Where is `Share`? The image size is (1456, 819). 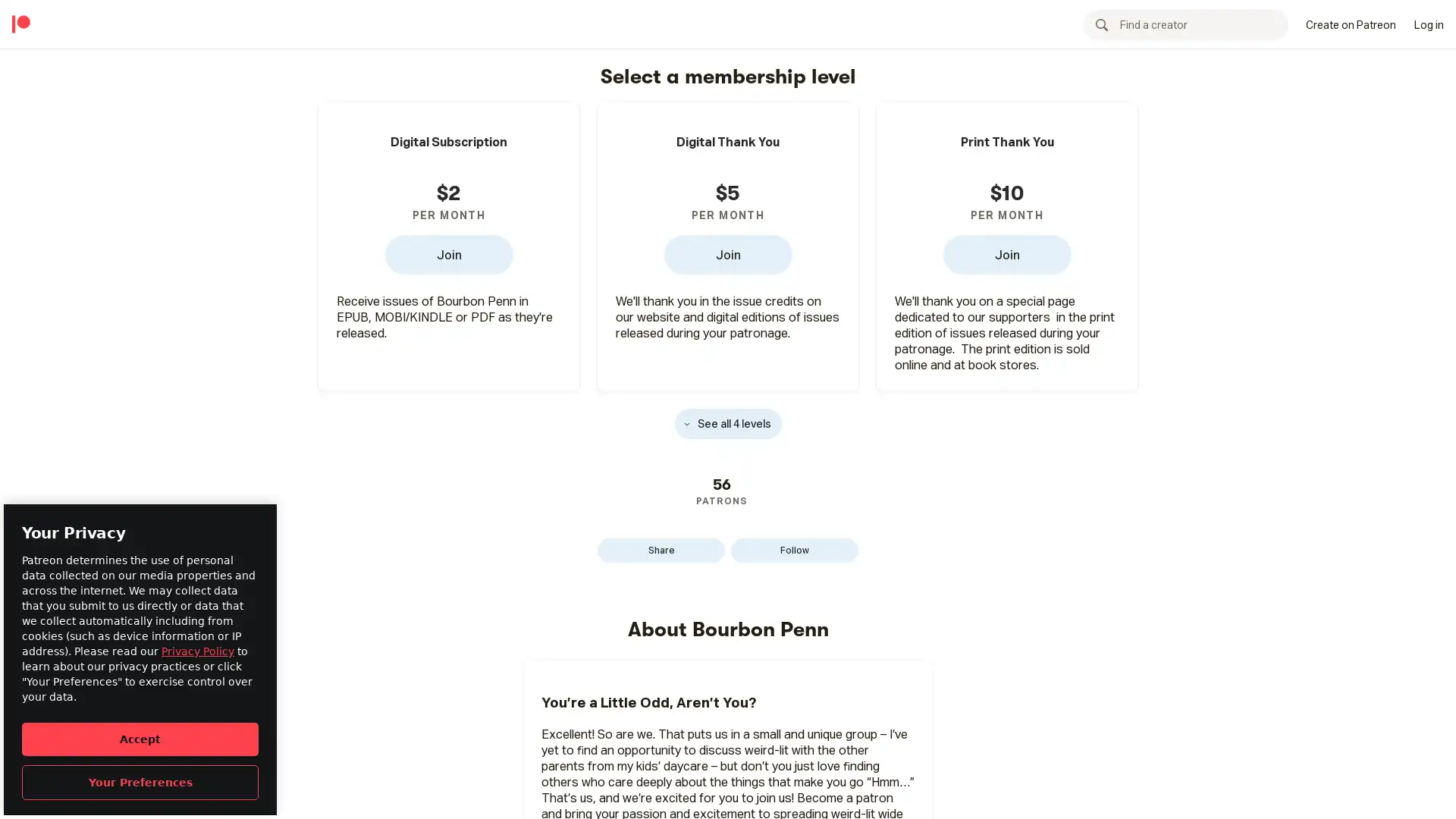 Share is located at coordinates (661, 550).